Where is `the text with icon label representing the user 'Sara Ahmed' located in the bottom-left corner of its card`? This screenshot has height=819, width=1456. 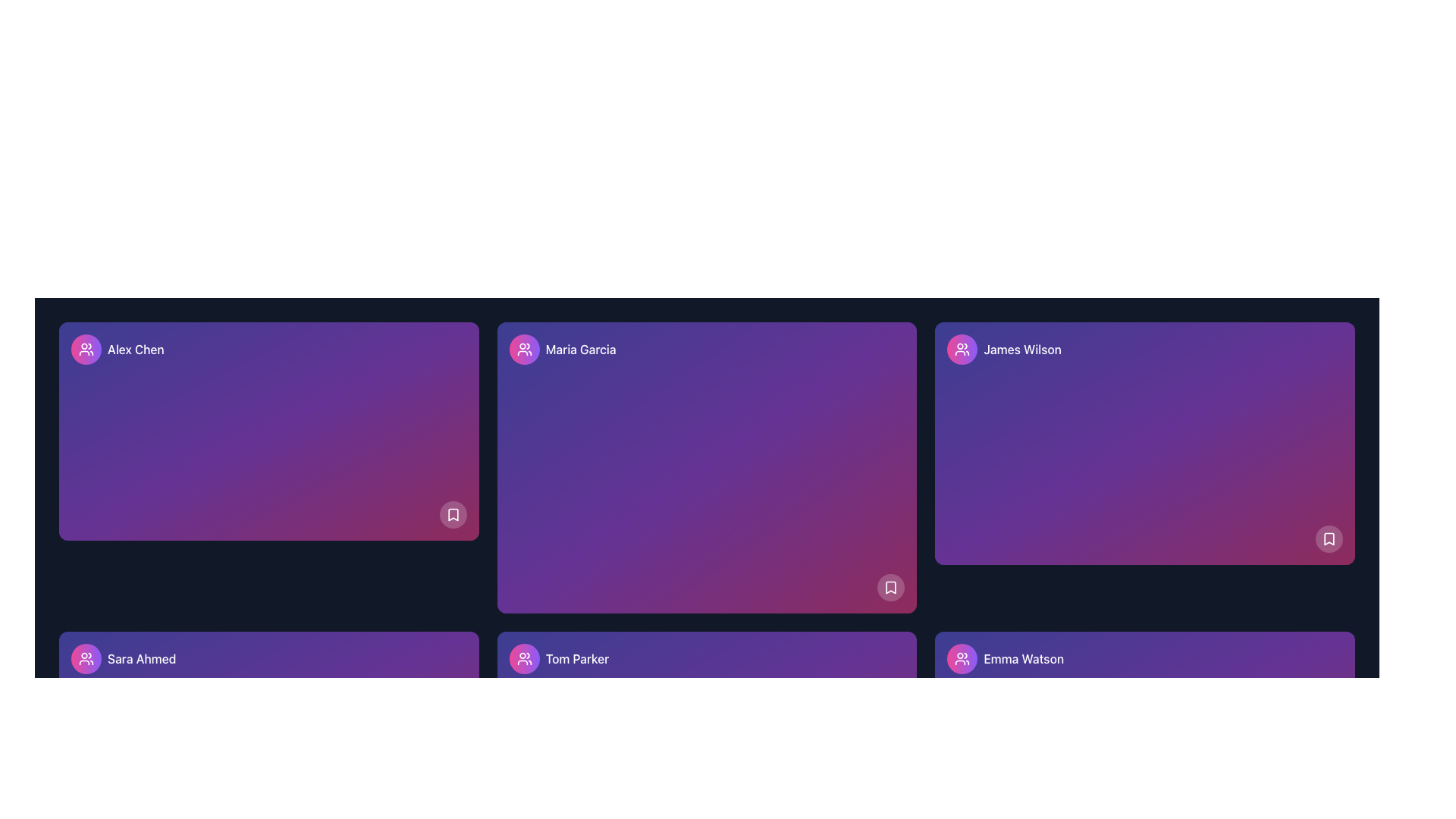
the text with icon label representing the user 'Sara Ahmed' located in the bottom-left corner of its card is located at coordinates (124, 657).